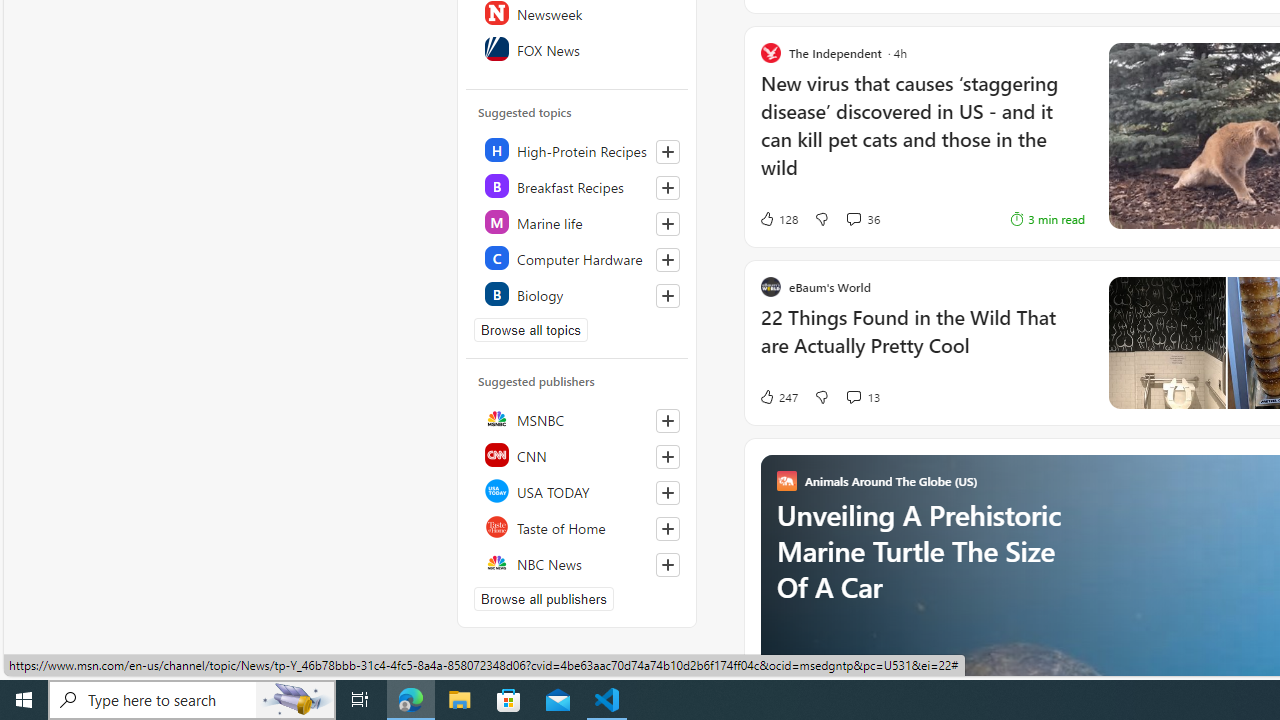 The image size is (1280, 720). What do you see at coordinates (862, 219) in the screenshot?
I see `'View comments 36 Comment'` at bounding box center [862, 219].